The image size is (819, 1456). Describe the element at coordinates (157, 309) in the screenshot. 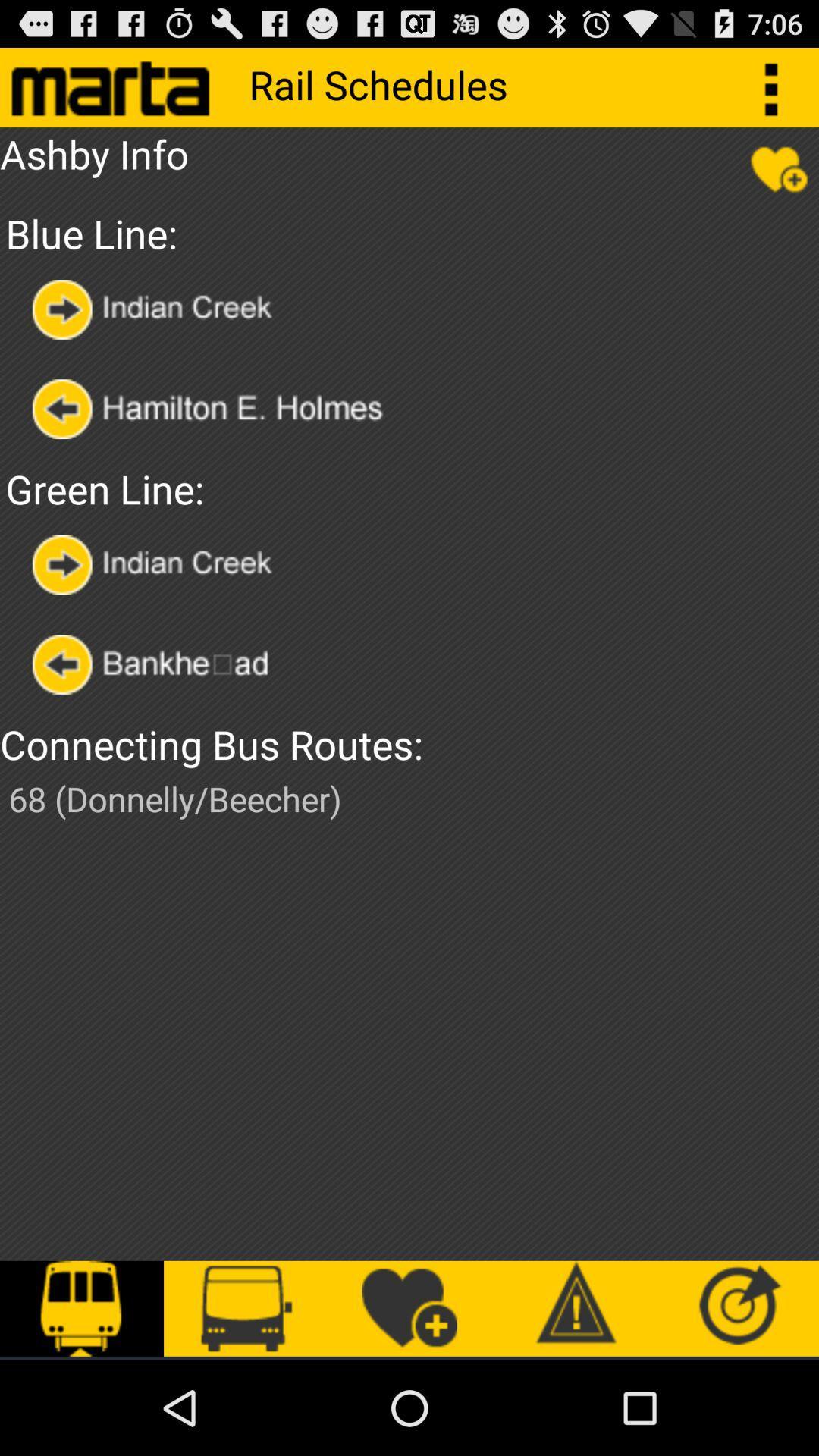

I see `choose by station` at that location.